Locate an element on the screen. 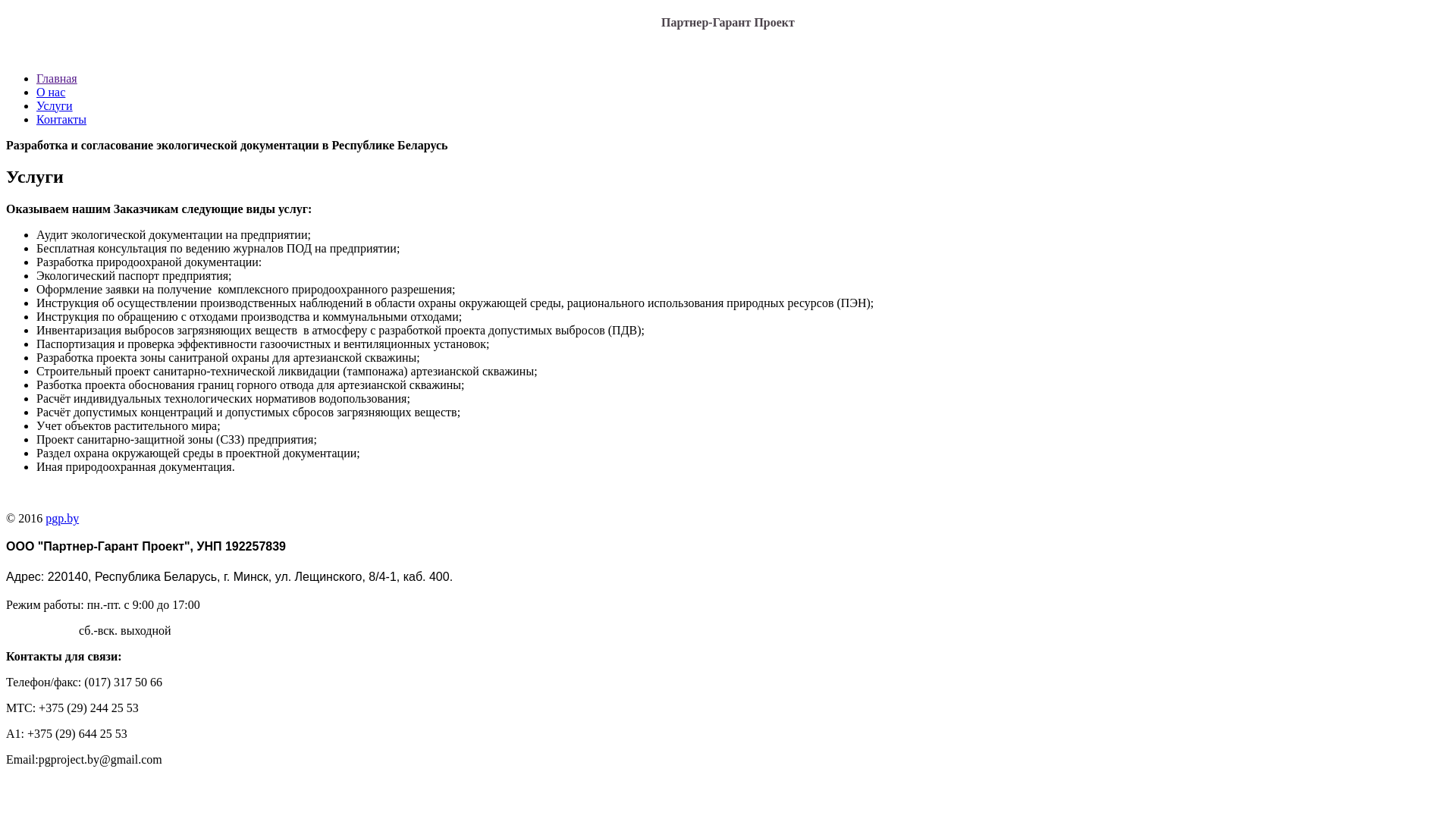 Image resolution: width=1456 pixels, height=819 pixels. 'gp.by' is located at coordinates (51, 517).